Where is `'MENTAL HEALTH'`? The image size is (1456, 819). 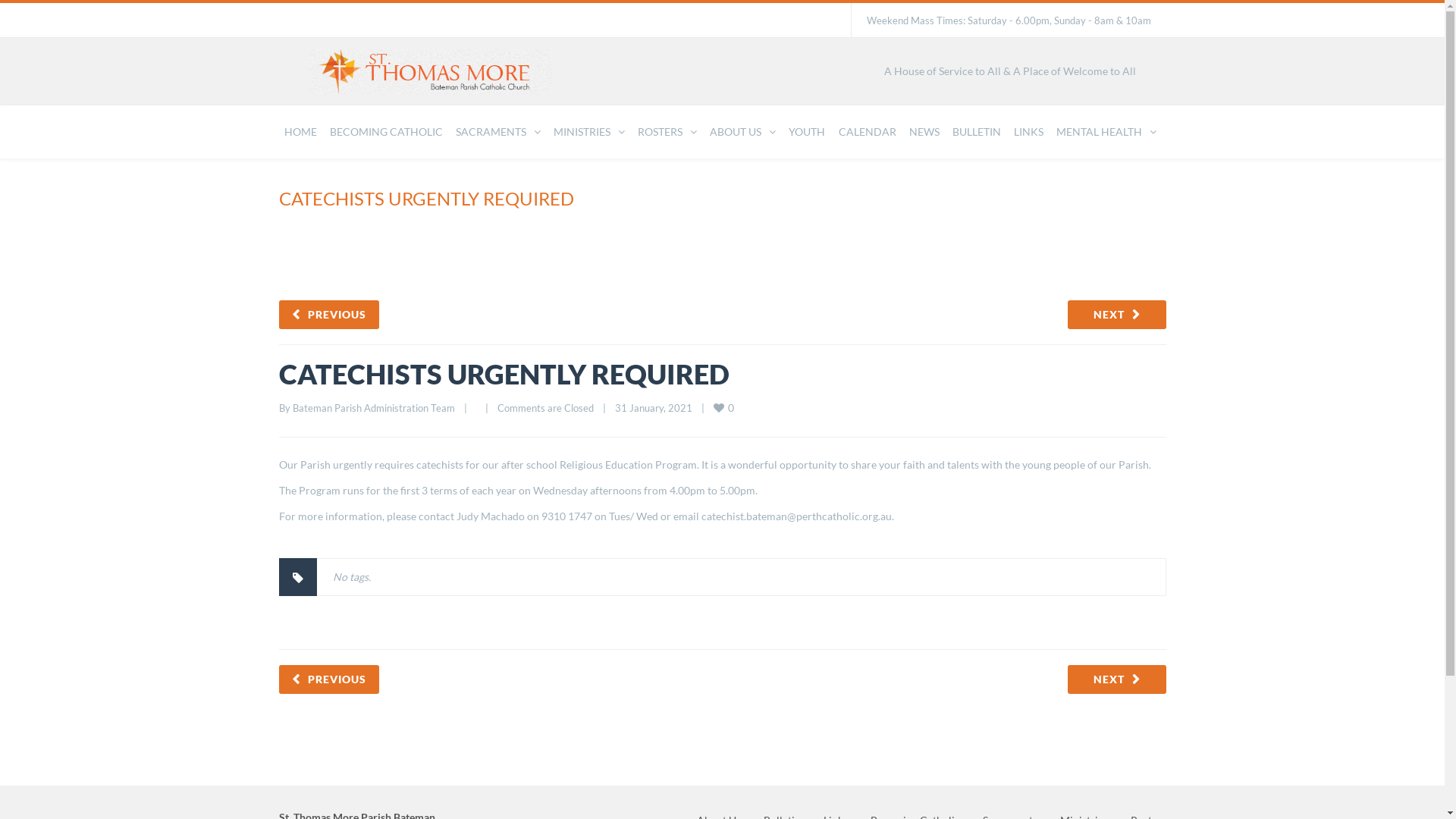 'MENTAL HEALTH' is located at coordinates (1106, 130).